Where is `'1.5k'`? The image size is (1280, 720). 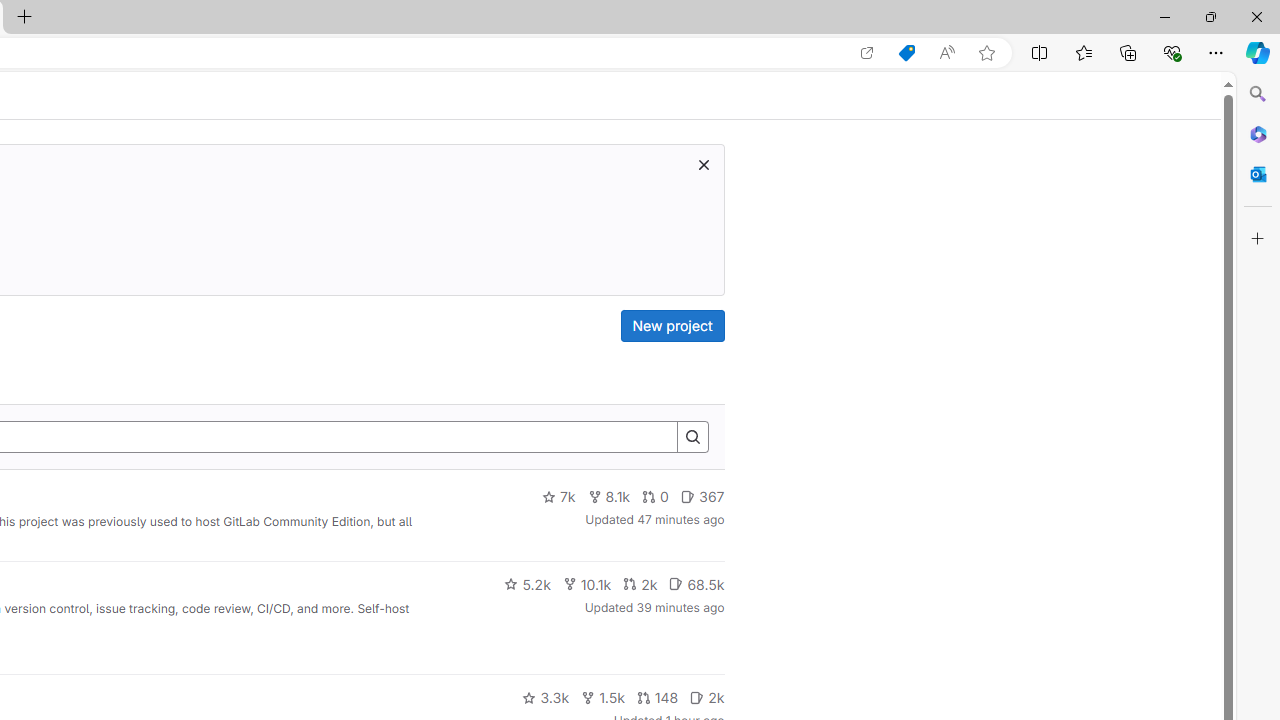 '1.5k' is located at coordinates (601, 697).